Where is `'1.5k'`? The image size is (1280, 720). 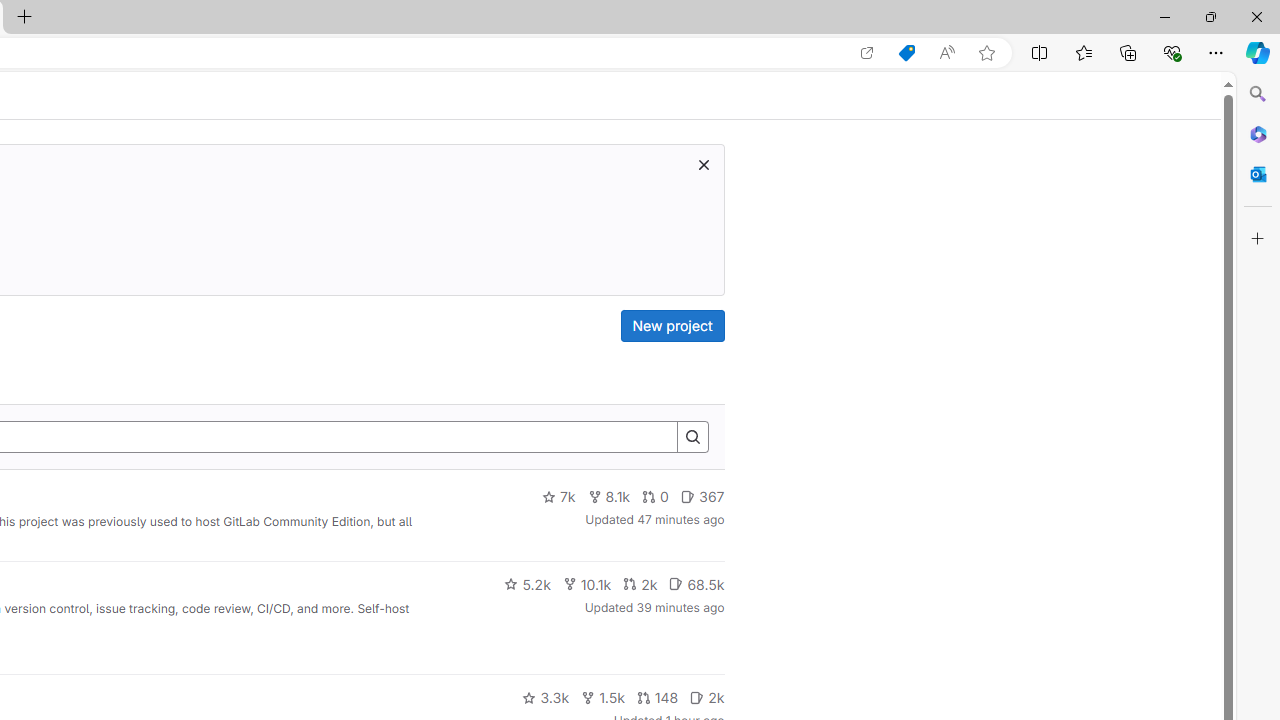 '1.5k' is located at coordinates (601, 697).